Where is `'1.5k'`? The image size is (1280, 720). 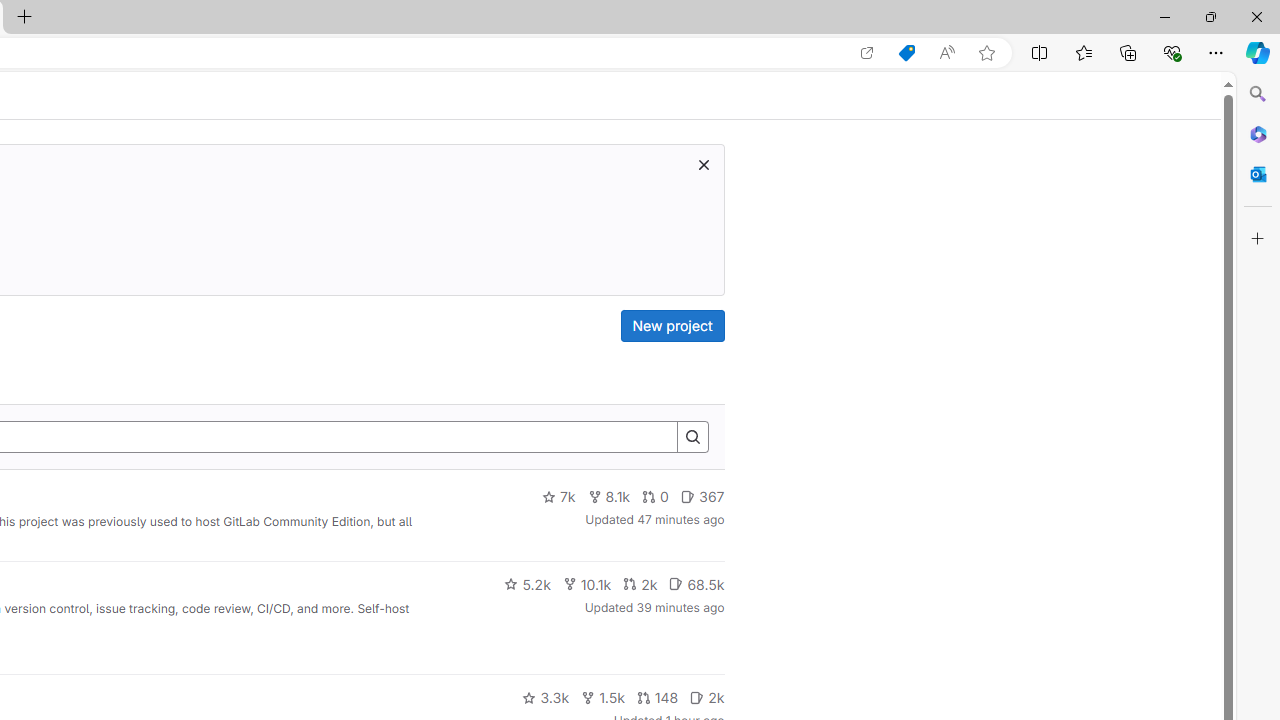 '1.5k' is located at coordinates (601, 697).